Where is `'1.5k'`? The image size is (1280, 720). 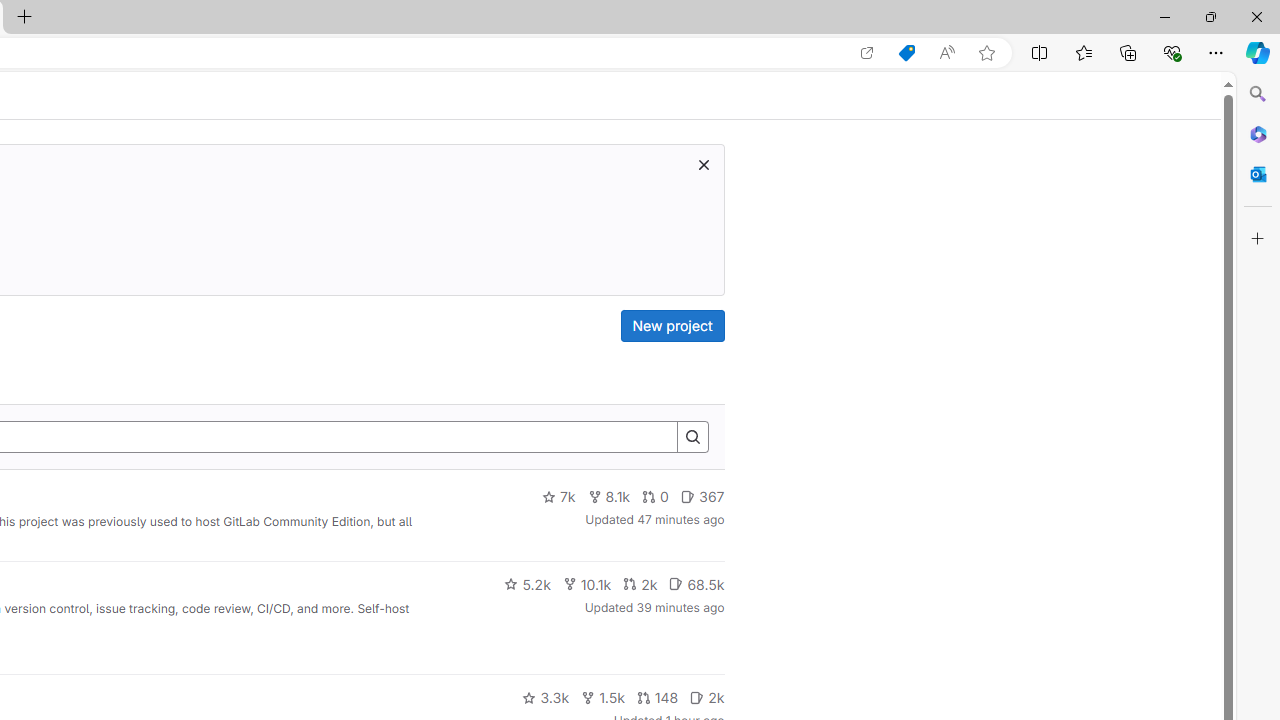 '1.5k' is located at coordinates (601, 697).